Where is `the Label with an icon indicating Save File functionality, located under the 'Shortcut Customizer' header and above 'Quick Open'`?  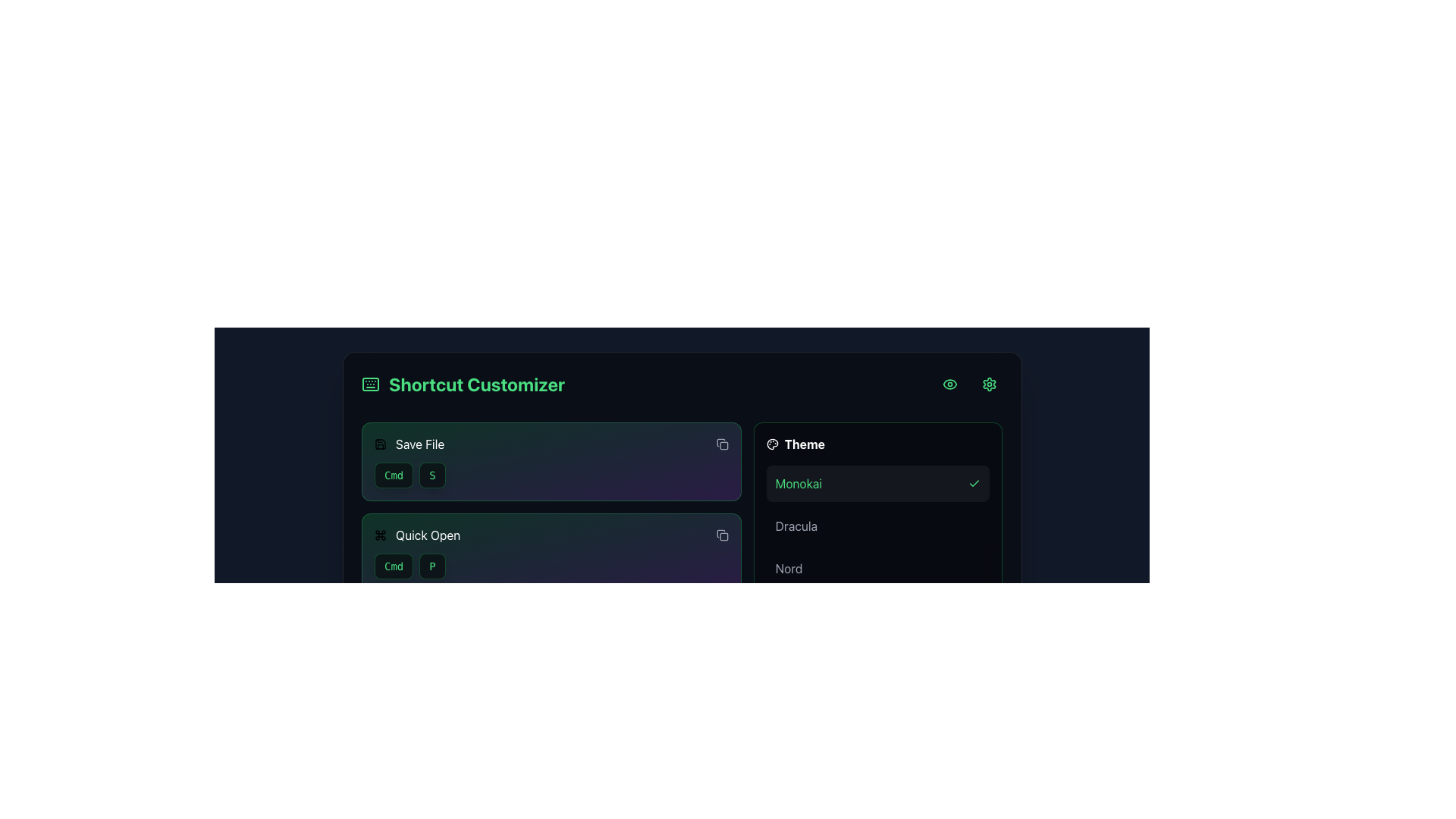
the Label with an icon indicating Save File functionality, located under the 'Shortcut Customizer' header and above 'Quick Open' is located at coordinates (409, 444).